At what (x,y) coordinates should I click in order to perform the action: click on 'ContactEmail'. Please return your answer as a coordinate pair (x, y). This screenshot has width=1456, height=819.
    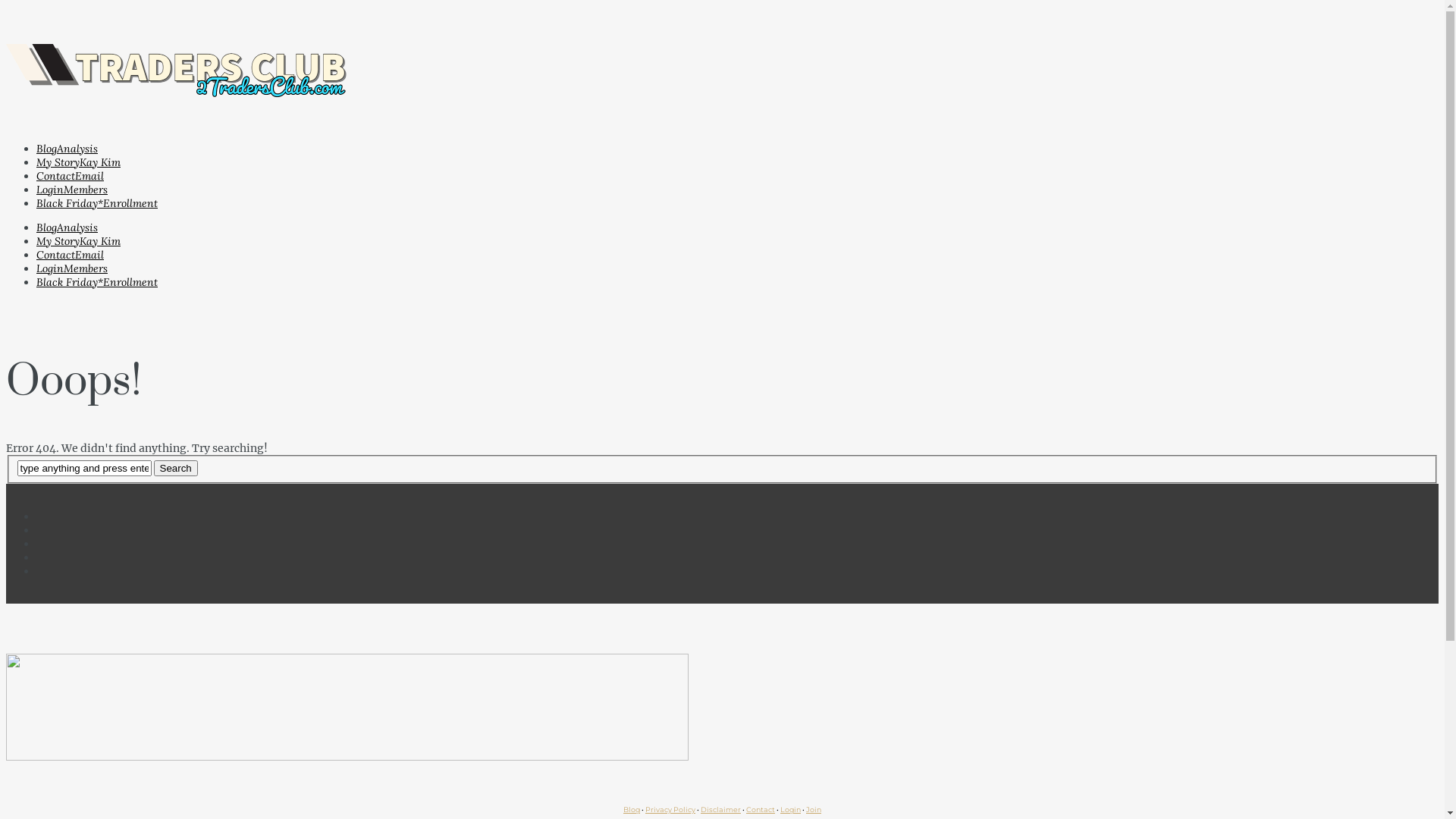
    Looking at the image, I should click on (36, 174).